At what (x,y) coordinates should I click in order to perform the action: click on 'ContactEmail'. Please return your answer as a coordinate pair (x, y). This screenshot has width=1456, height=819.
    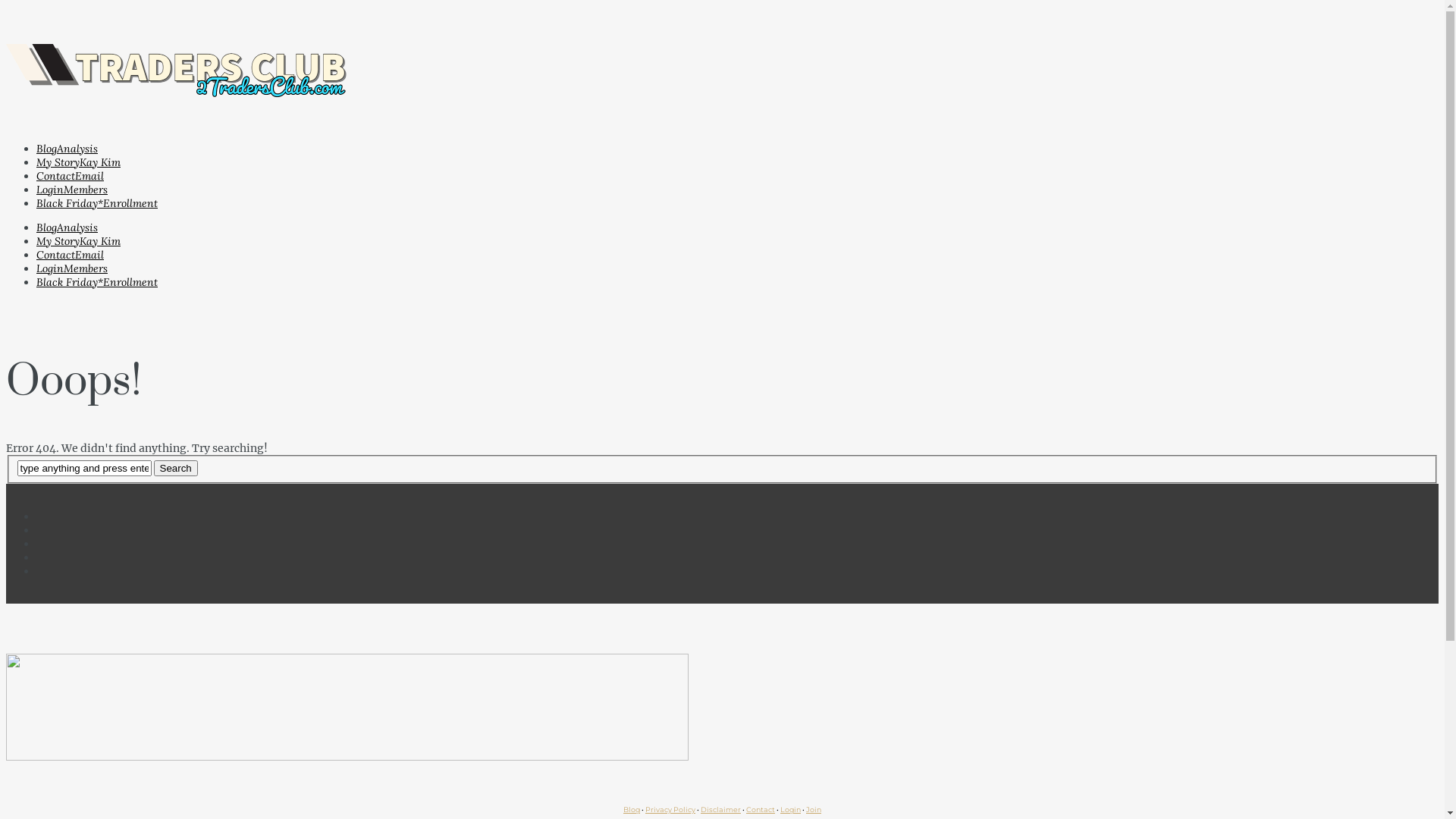
    Looking at the image, I should click on (36, 174).